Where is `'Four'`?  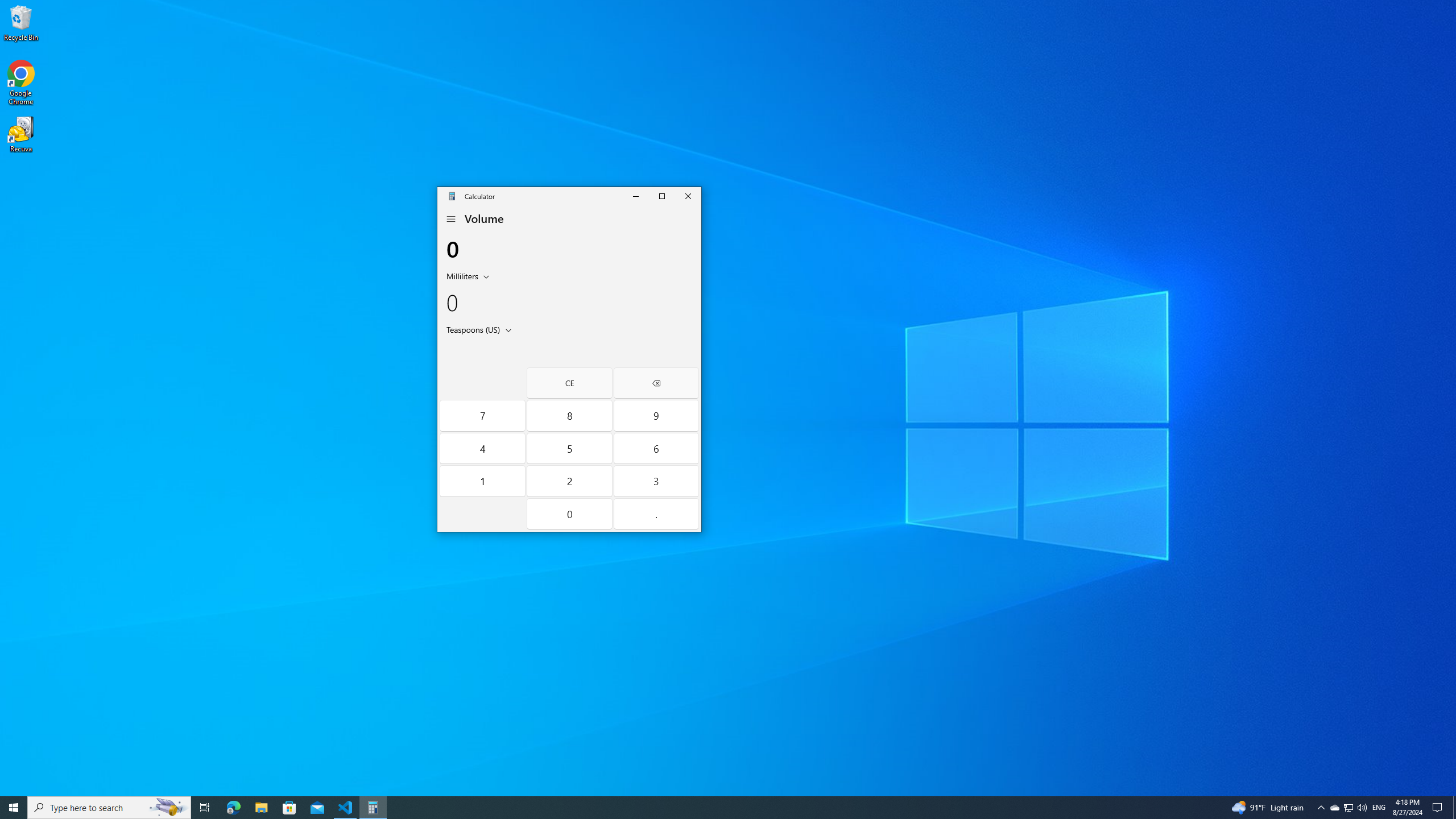 'Four' is located at coordinates (482, 448).